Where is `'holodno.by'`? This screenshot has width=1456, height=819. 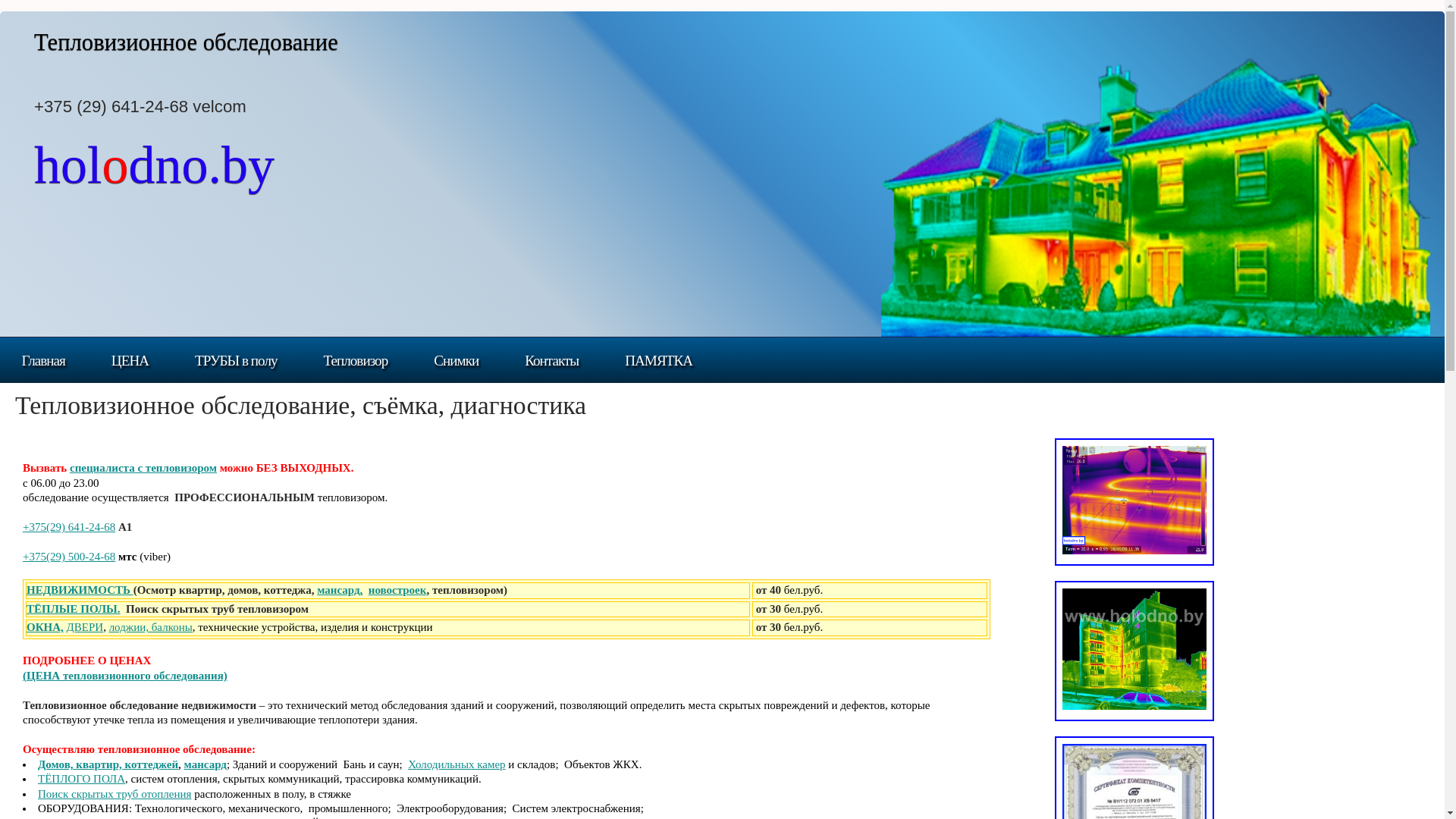 'holodno.by' is located at coordinates (154, 174).